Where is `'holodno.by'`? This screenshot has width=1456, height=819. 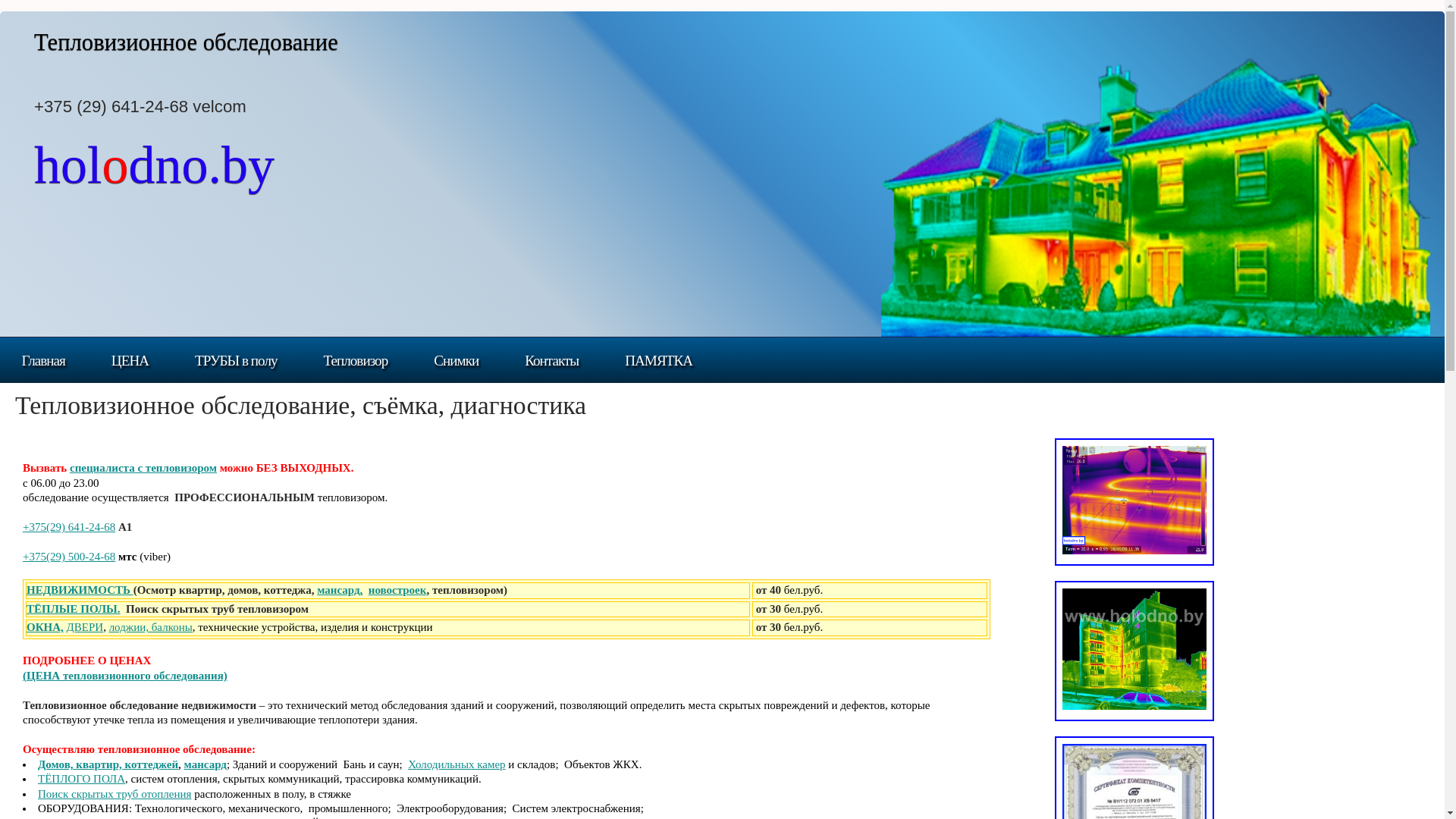 'holodno.by' is located at coordinates (154, 174).